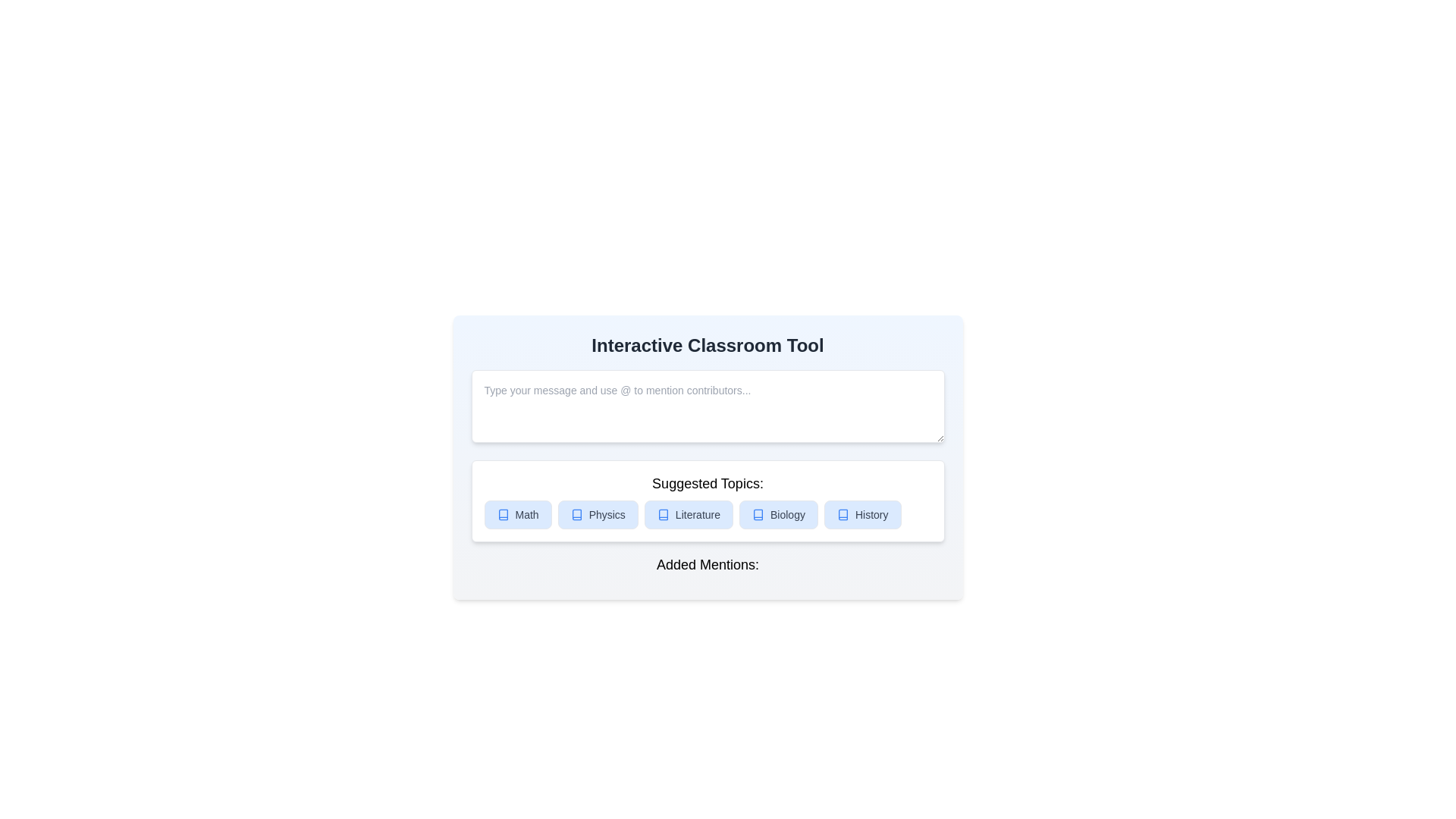 This screenshot has height=819, width=1456. Describe the element at coordinates (688, 513) in the screenshot. I see `the 'Literature' button, which is the third button in the 'Suggested Topics' section` at that location.